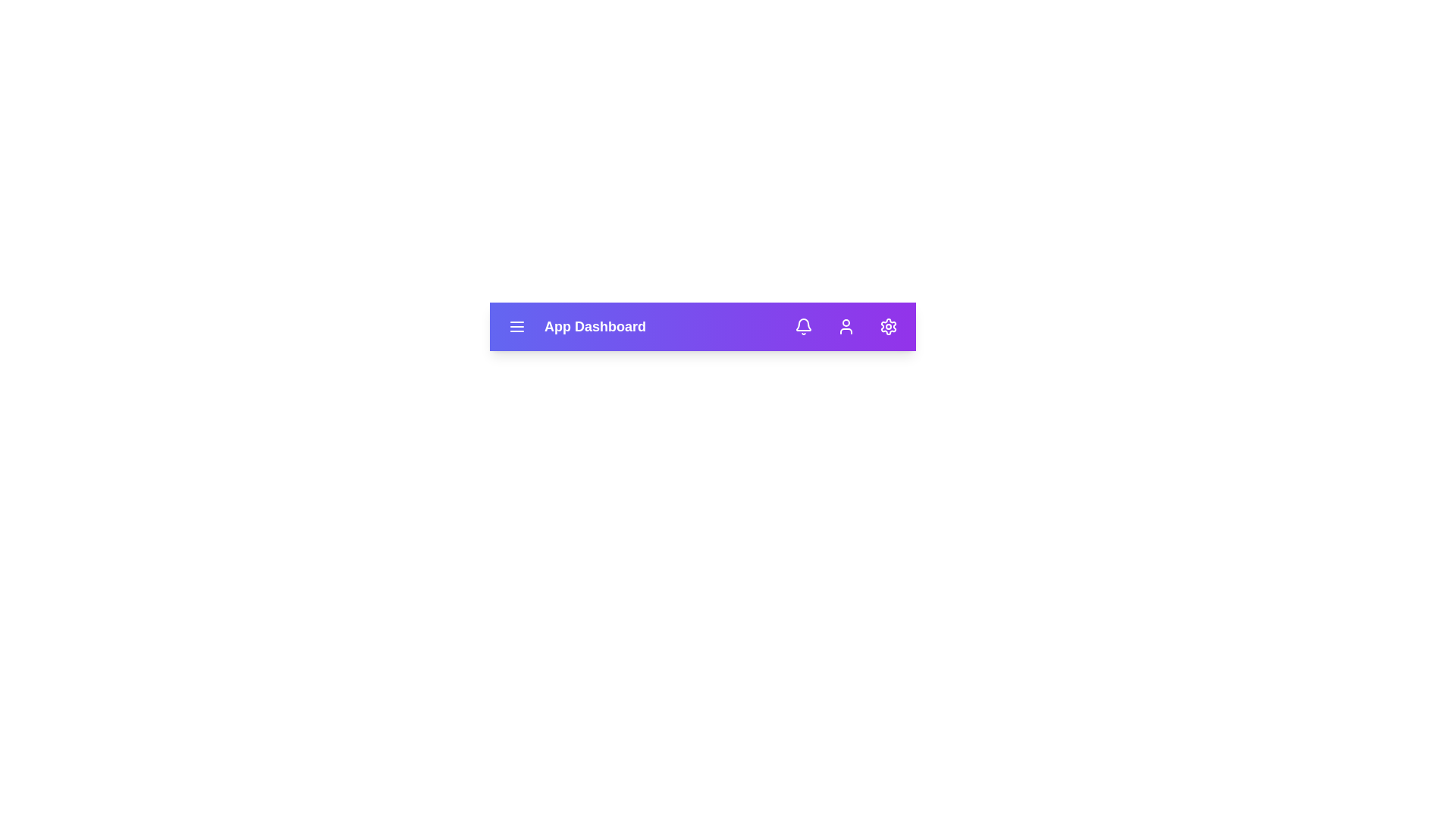 This screenshot has width=1456, height=819. What do you see at coordinates (888, 326) in the screenshot?
I see `the Settings button to access the application preferences` at bounding box center [888, 326].